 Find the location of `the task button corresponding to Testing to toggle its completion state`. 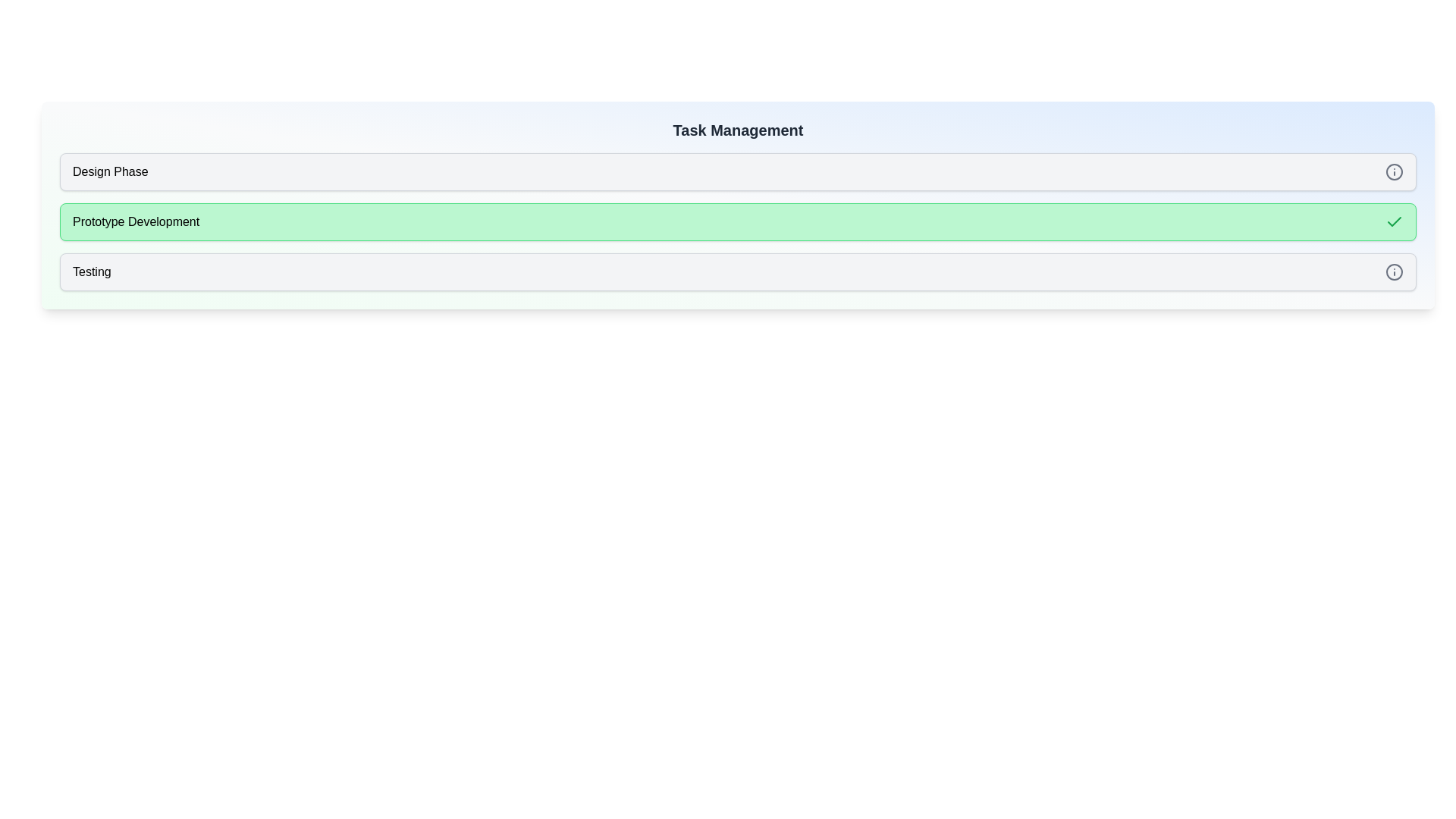

the task button corresponding to Testing to toggle its completion state is located at coordinates (738, 271).